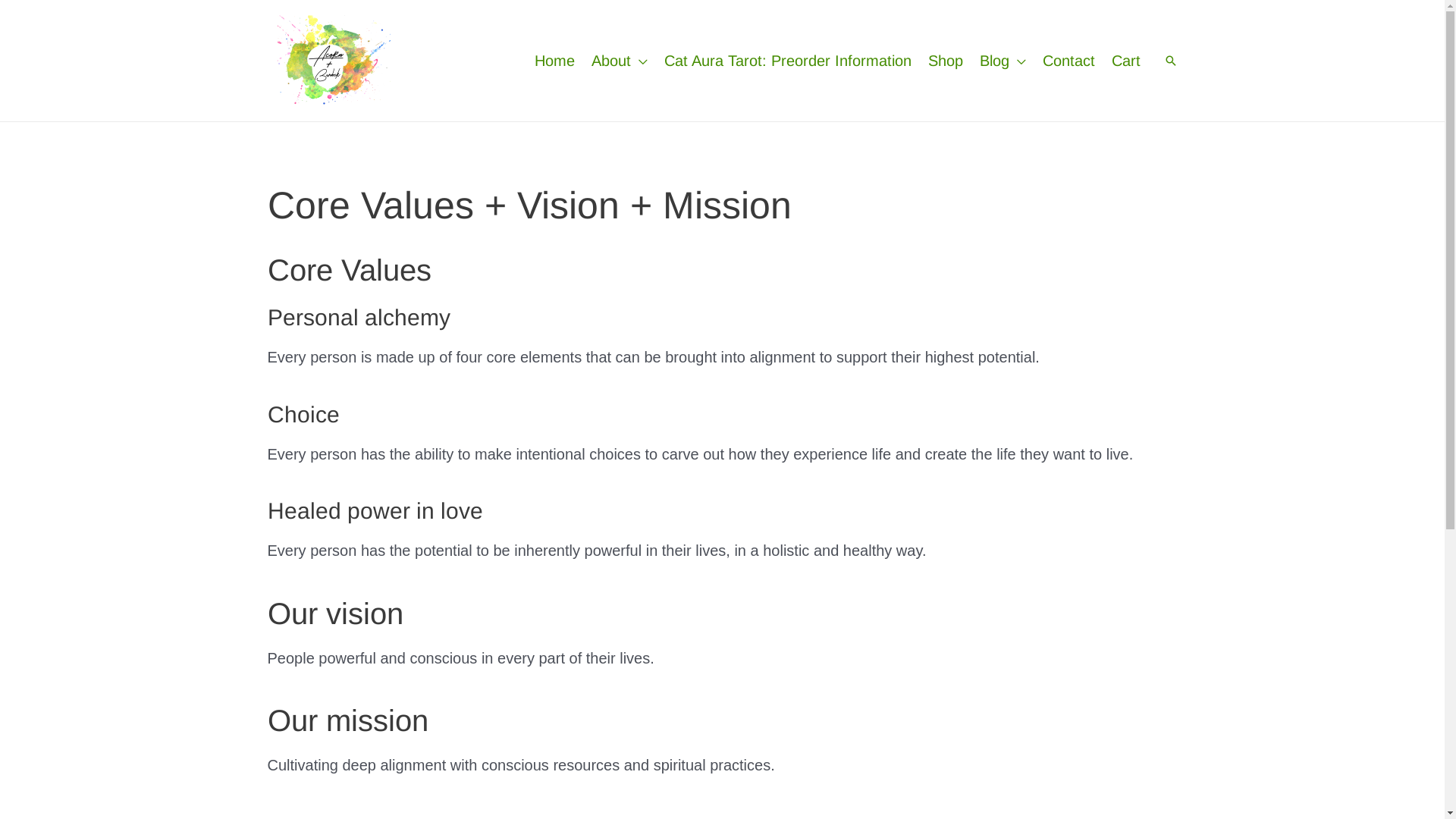  Describe the element at coordinates (944, 60) in the screenshot. I see `'Shop'` at that location.